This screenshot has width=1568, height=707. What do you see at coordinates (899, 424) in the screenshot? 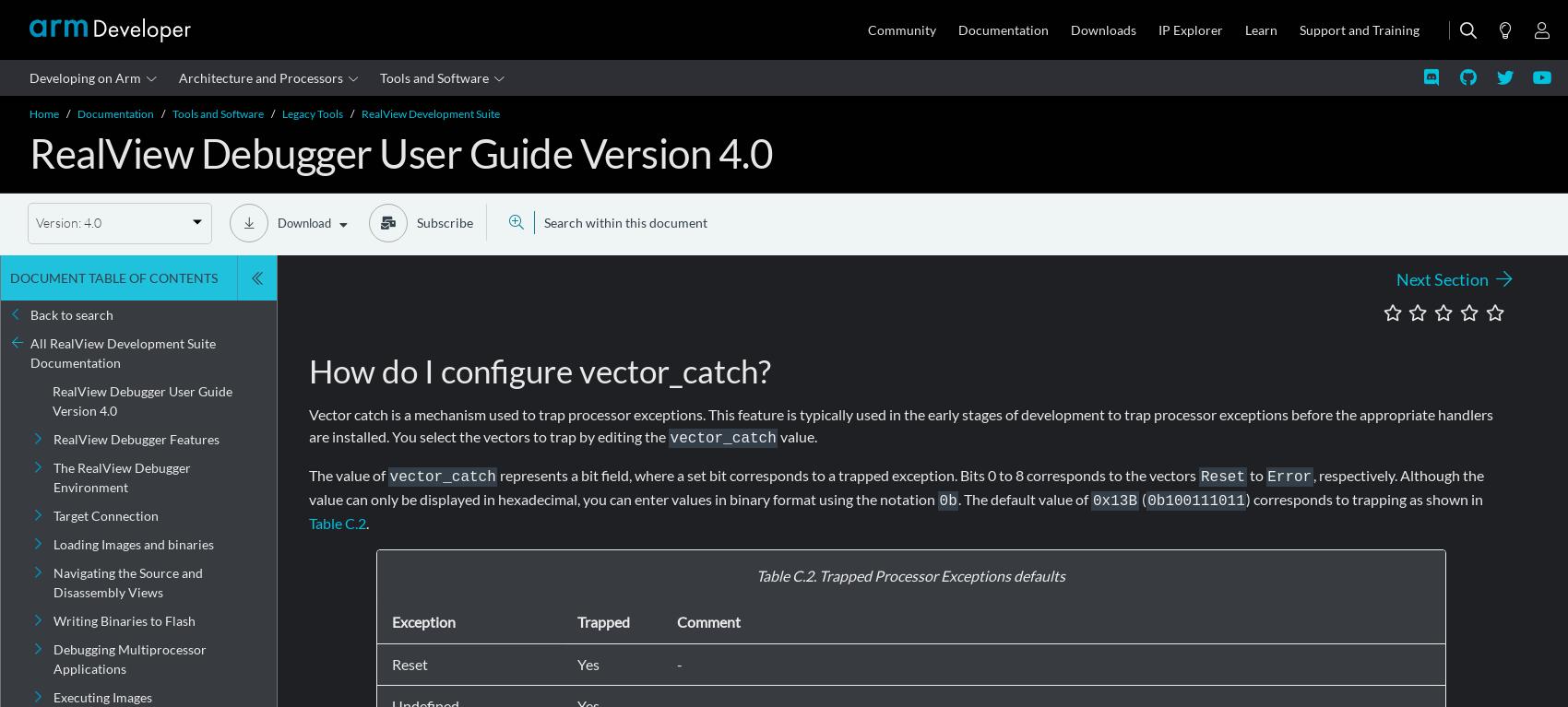
I see `'Vector catch is a mechanism used to trap processor exceptions. This feature is typically used in the early stages of development to trap processor exceptions before the appropriate handlers are installed. You select the vectors to trap by editing the'` at bounding box center [899, 424].